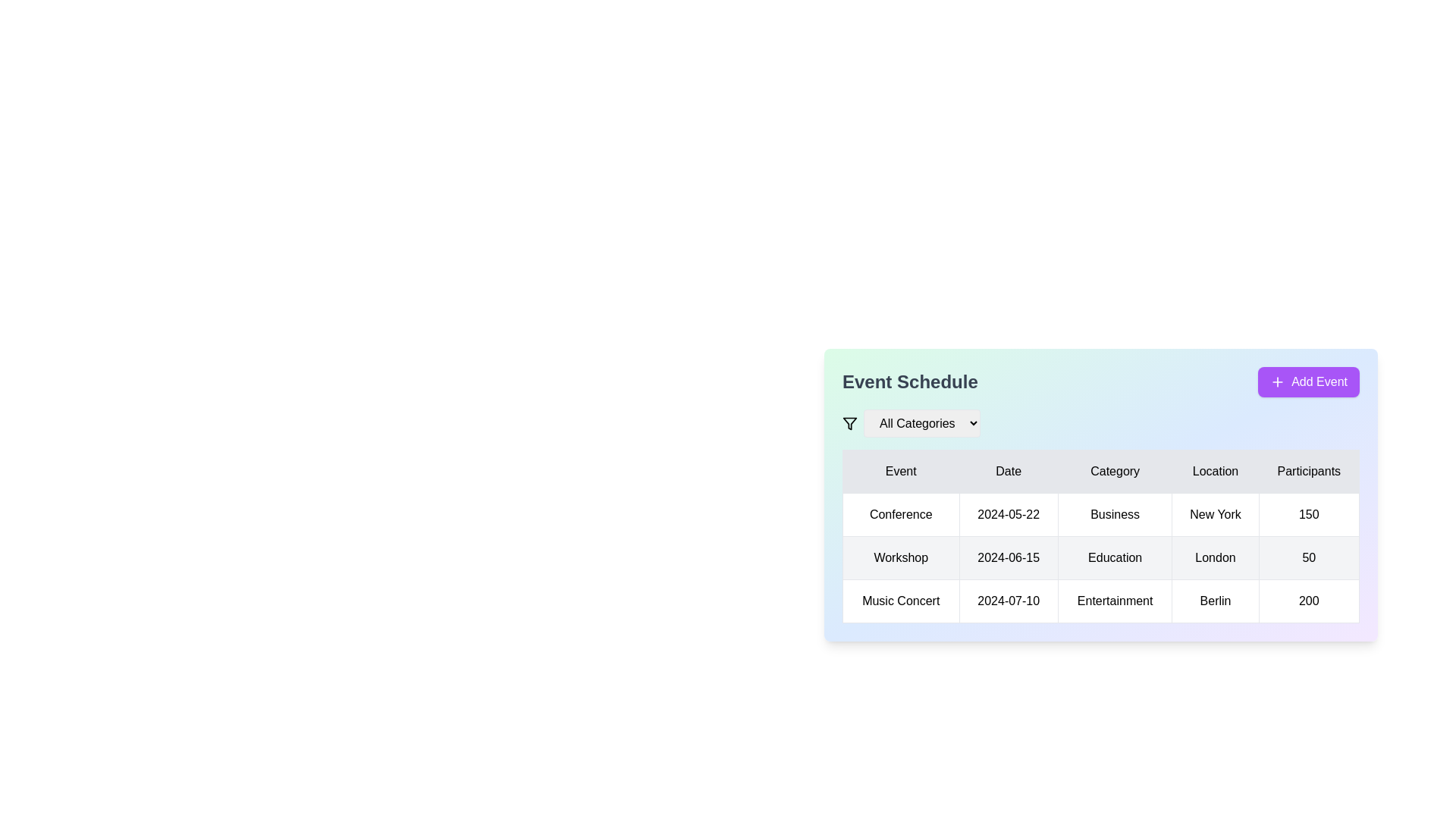  What do you see at coordinates (1009, 470) in the screenshot?
I see `the 'Date' text label, which is the second column header in a table layout, styled with a light gray background and bold text` at bounding box center [1009, 470].